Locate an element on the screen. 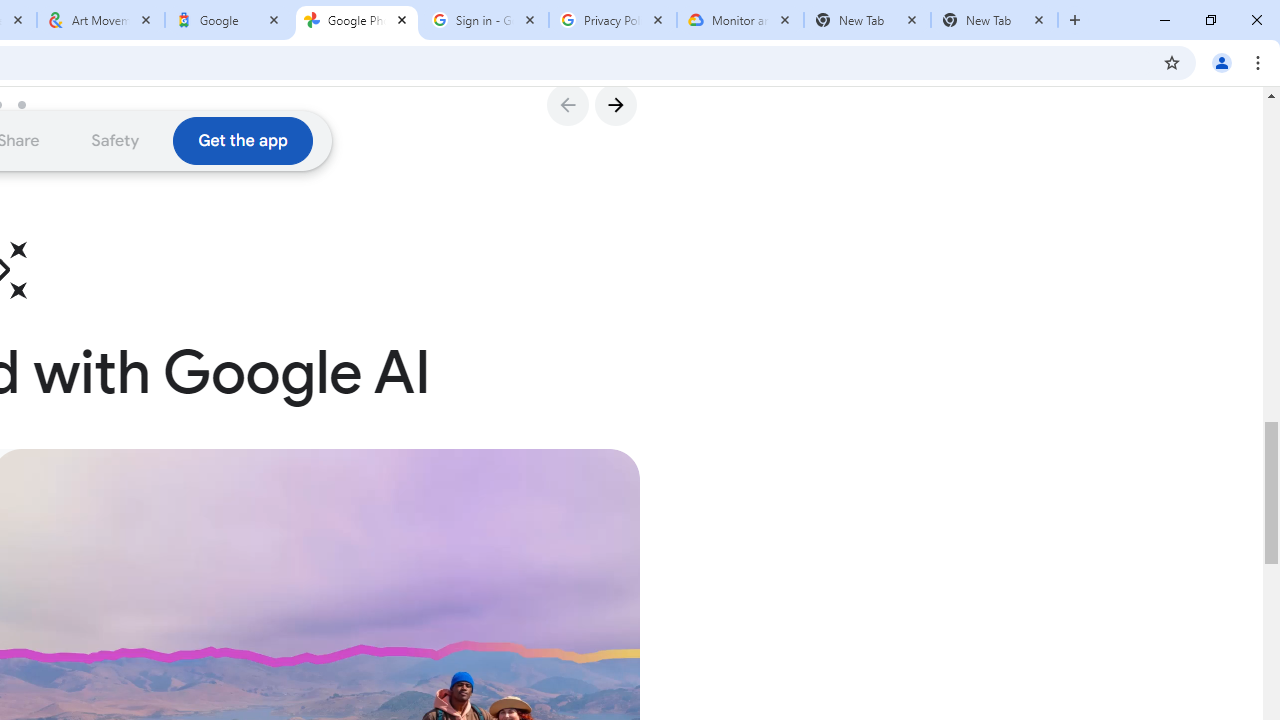 This screenshot has width=1280, height=720. 'Google' is located at coordinates (229, 20).